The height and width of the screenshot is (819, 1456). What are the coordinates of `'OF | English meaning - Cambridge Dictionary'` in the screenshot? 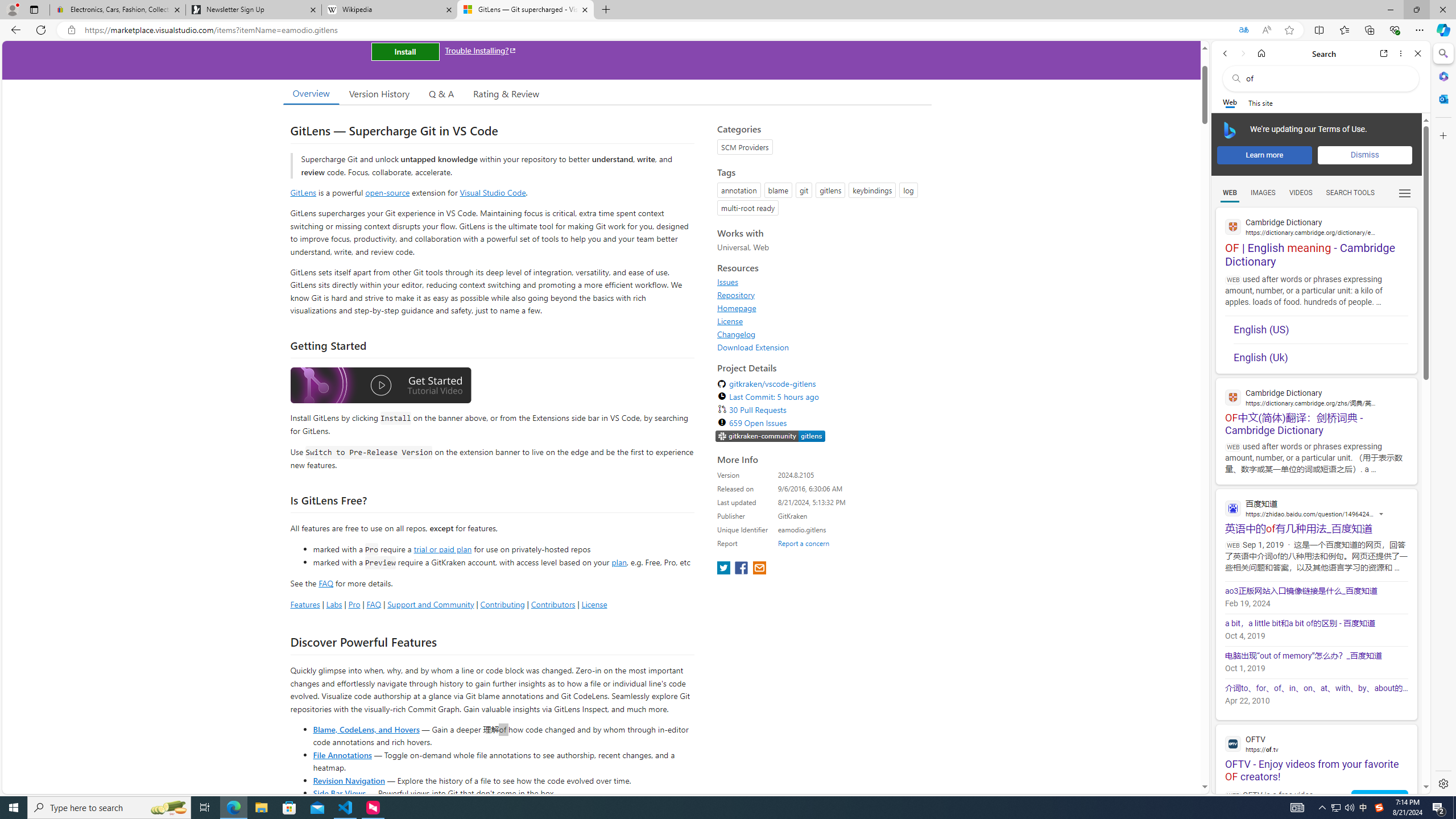 It's located at (1316, 238).